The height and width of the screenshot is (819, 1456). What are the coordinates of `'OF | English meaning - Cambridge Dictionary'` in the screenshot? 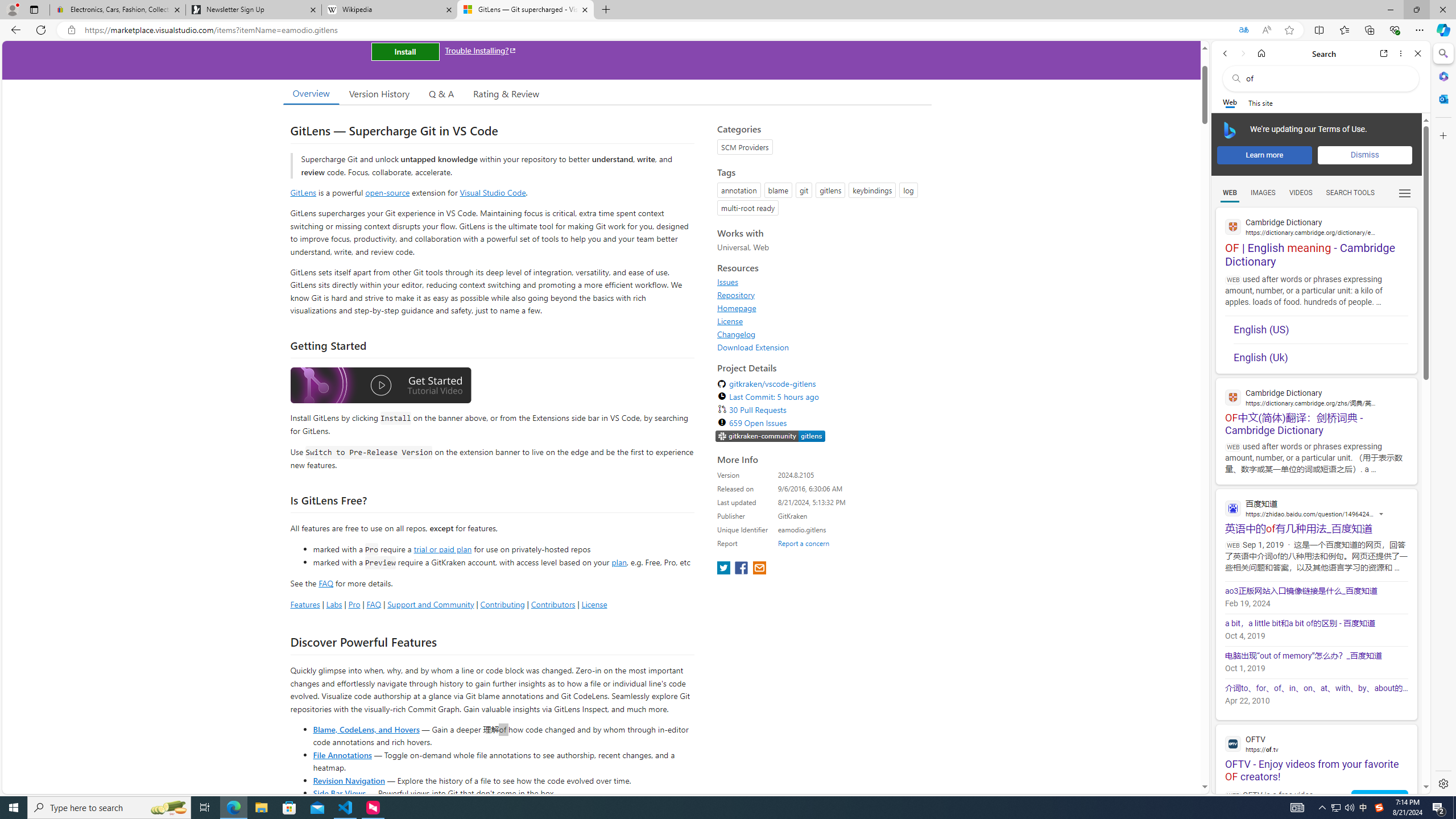 It's located at (1316, 238).